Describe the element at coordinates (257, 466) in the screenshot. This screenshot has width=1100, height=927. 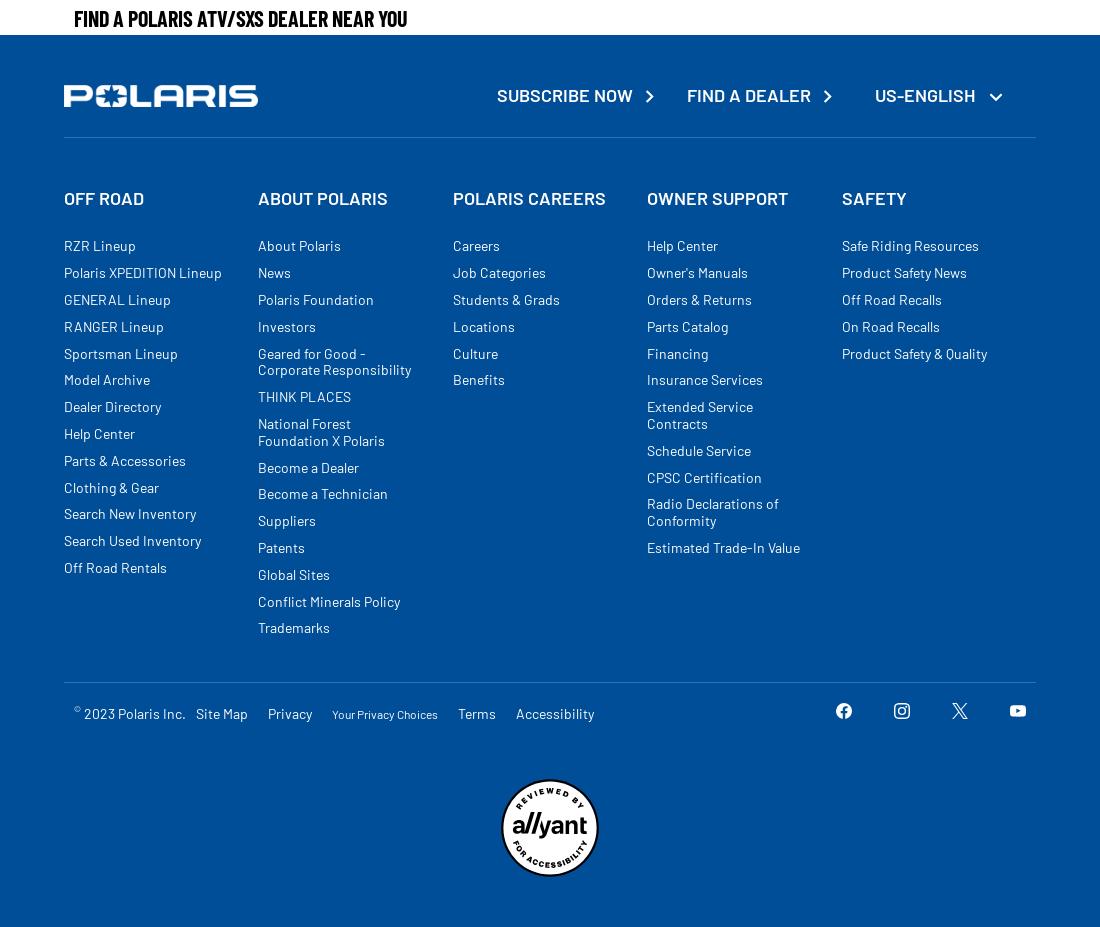
I see `'Become a Dealer'` at that location.